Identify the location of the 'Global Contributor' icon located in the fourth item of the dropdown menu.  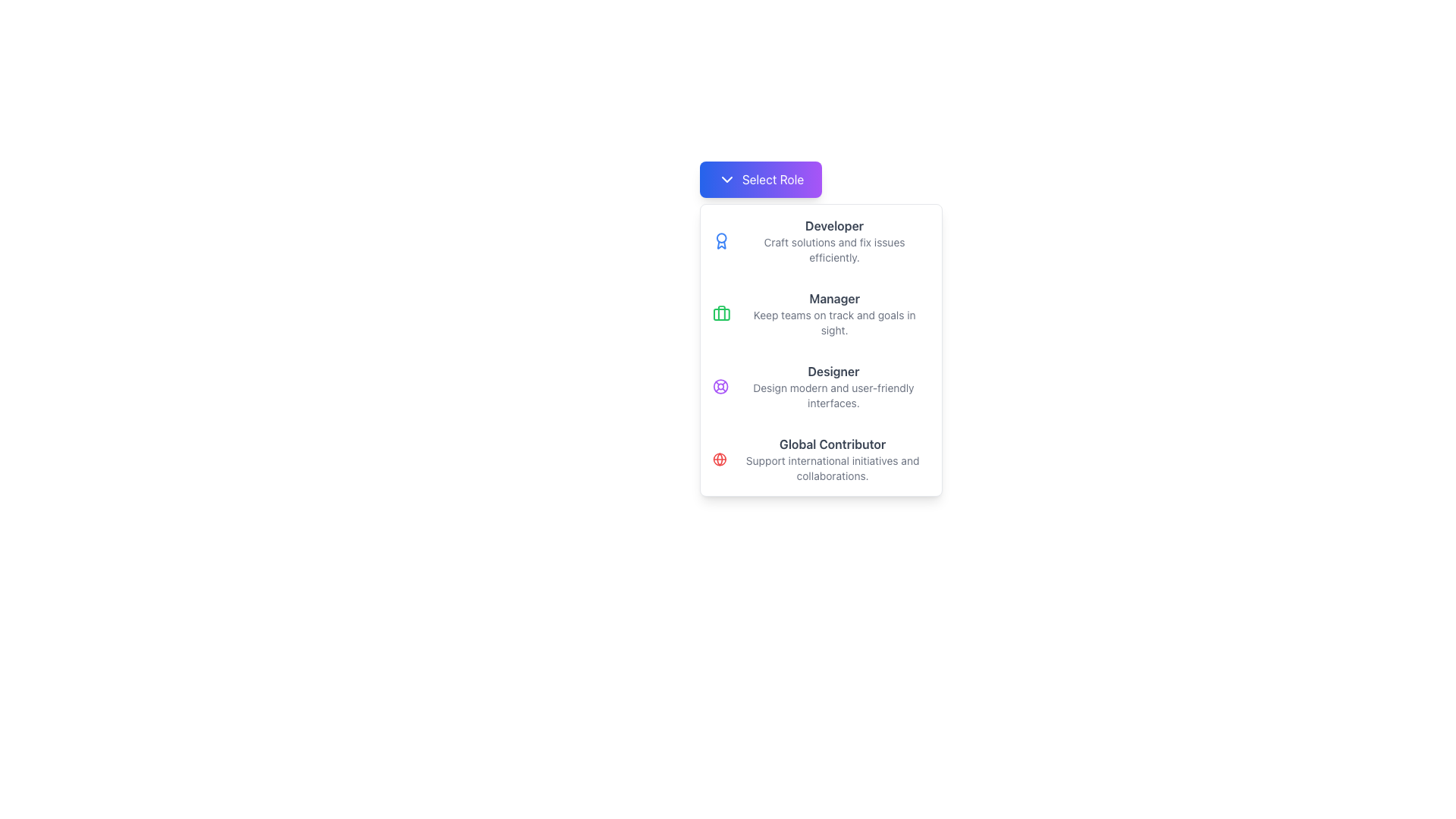
(719, 458).